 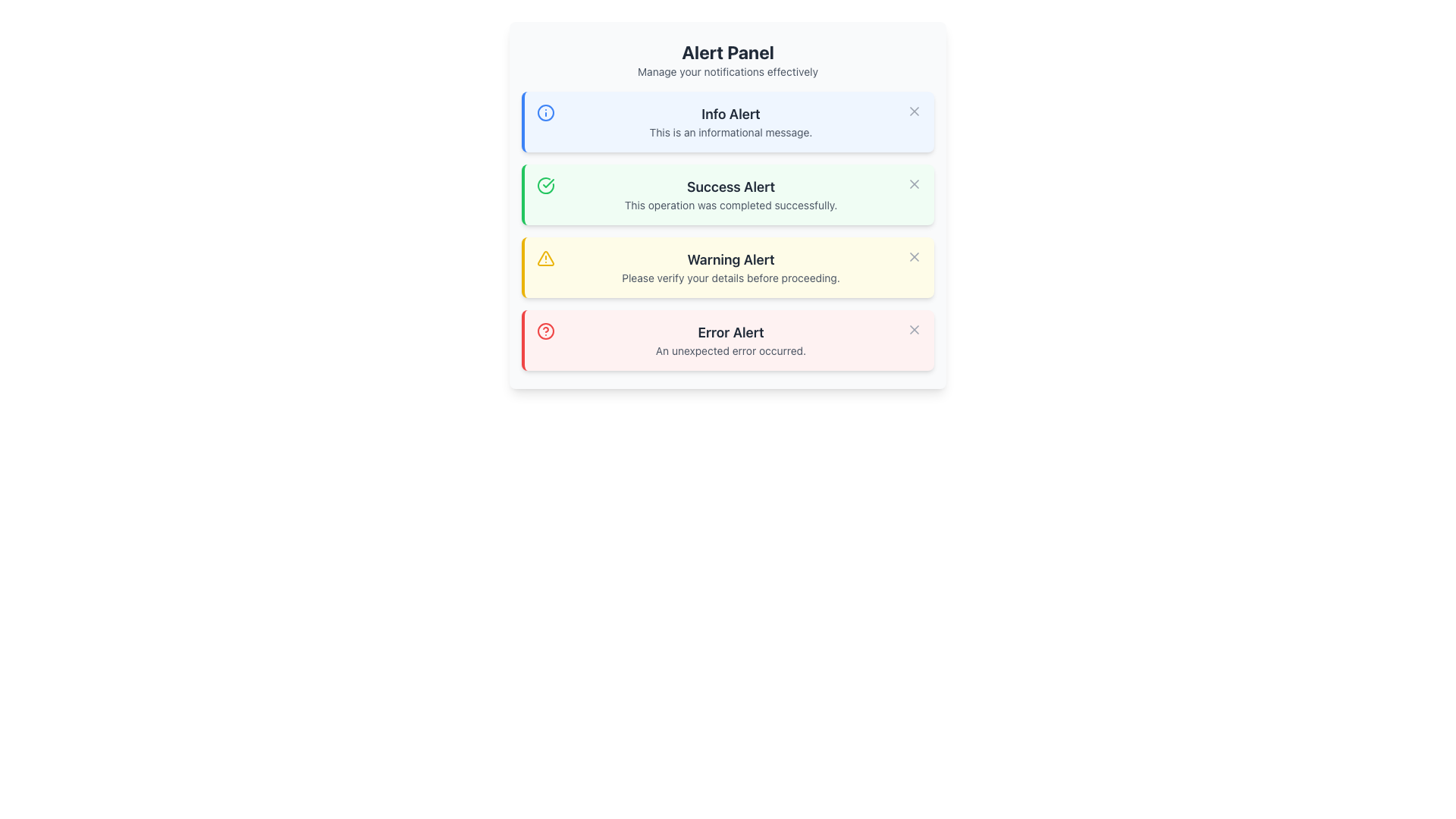 What do you see at coordinates (731, 332) in the screenshot?
I see `the title text of the fourth alert box that indicates an error, which is positioned above the description text 'An unexpected error occurred.'` at bounding box center [731, 332].